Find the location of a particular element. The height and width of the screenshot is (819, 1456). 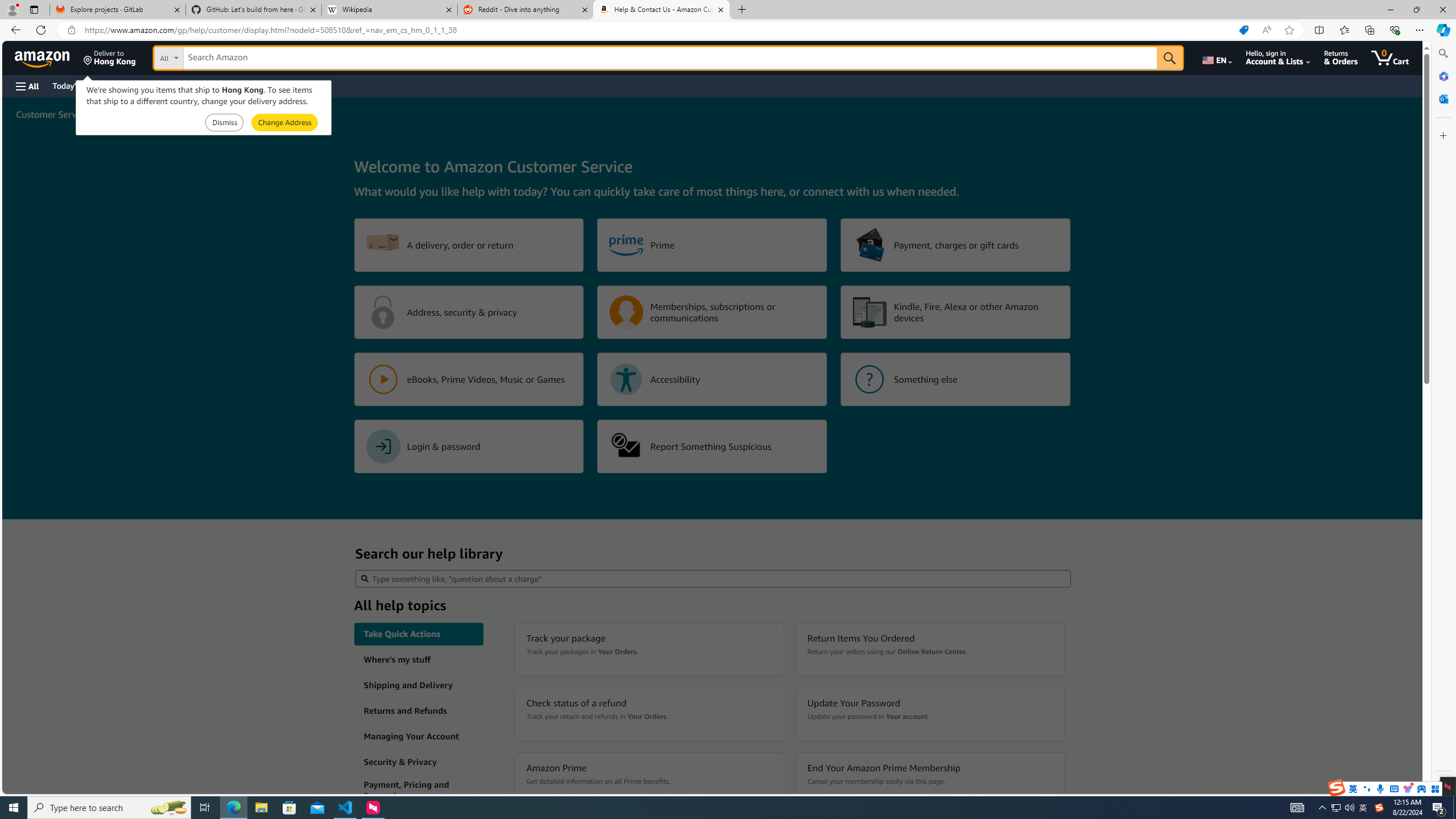

'Memberships, subscriptions or communications' is located at coordinates (712, 312).